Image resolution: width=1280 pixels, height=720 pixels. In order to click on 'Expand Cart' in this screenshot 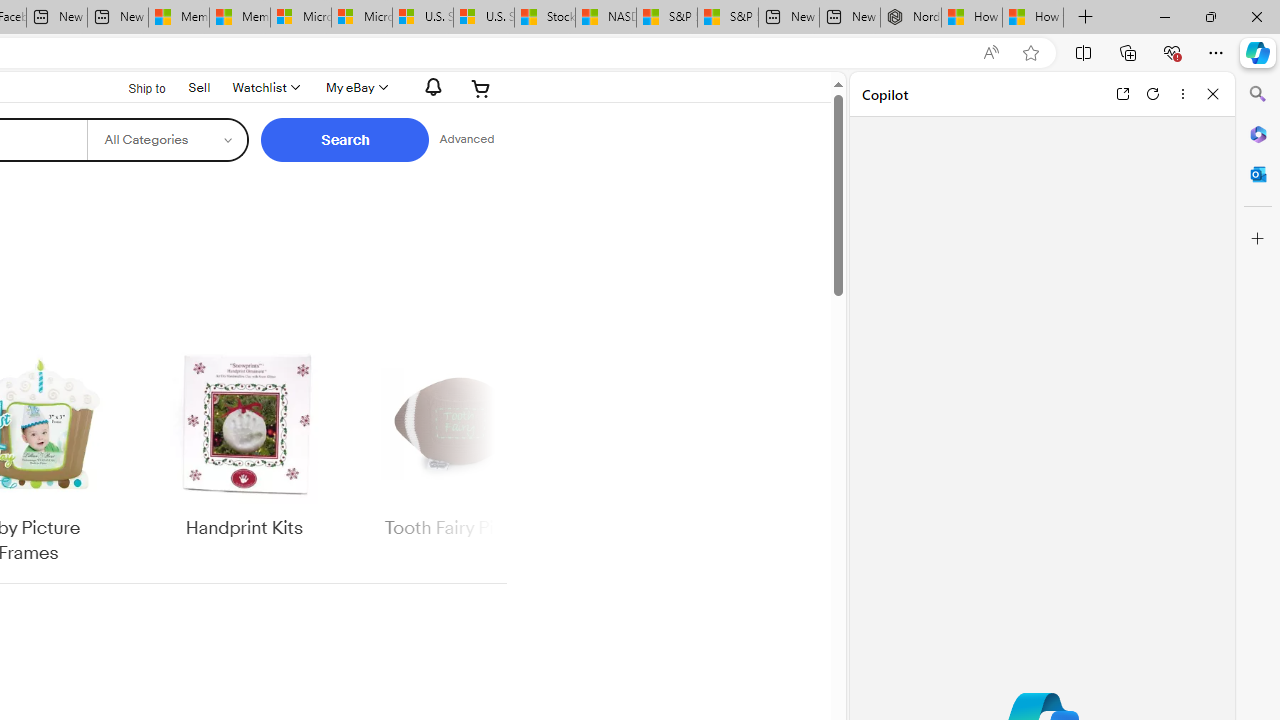, I will do `click(481, 87)`.